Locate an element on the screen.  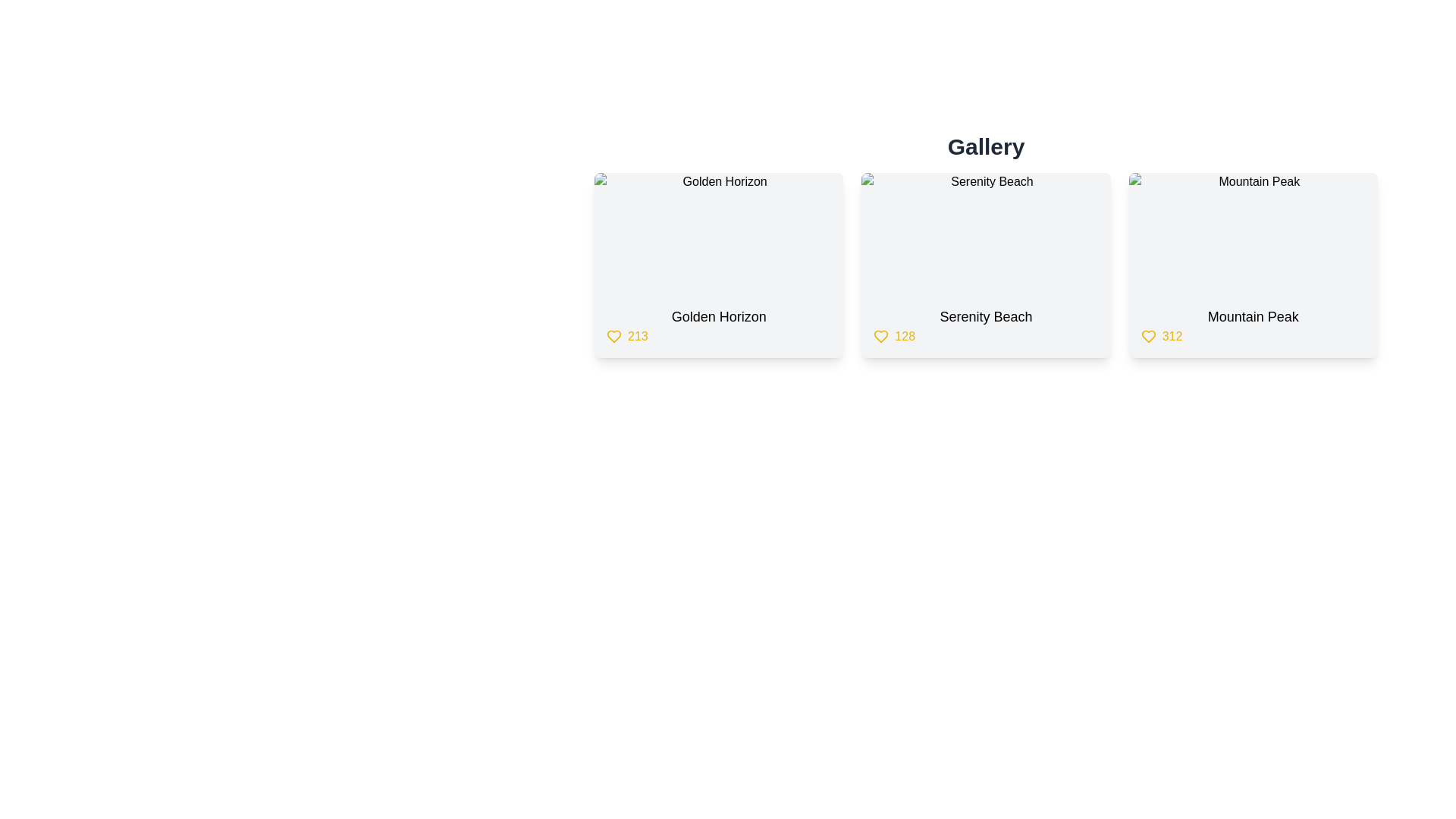
the like count displayed in the heart icon on the 'Serenity Beach' card, which shows a metric of '128' is located at coordinates (986, 335).